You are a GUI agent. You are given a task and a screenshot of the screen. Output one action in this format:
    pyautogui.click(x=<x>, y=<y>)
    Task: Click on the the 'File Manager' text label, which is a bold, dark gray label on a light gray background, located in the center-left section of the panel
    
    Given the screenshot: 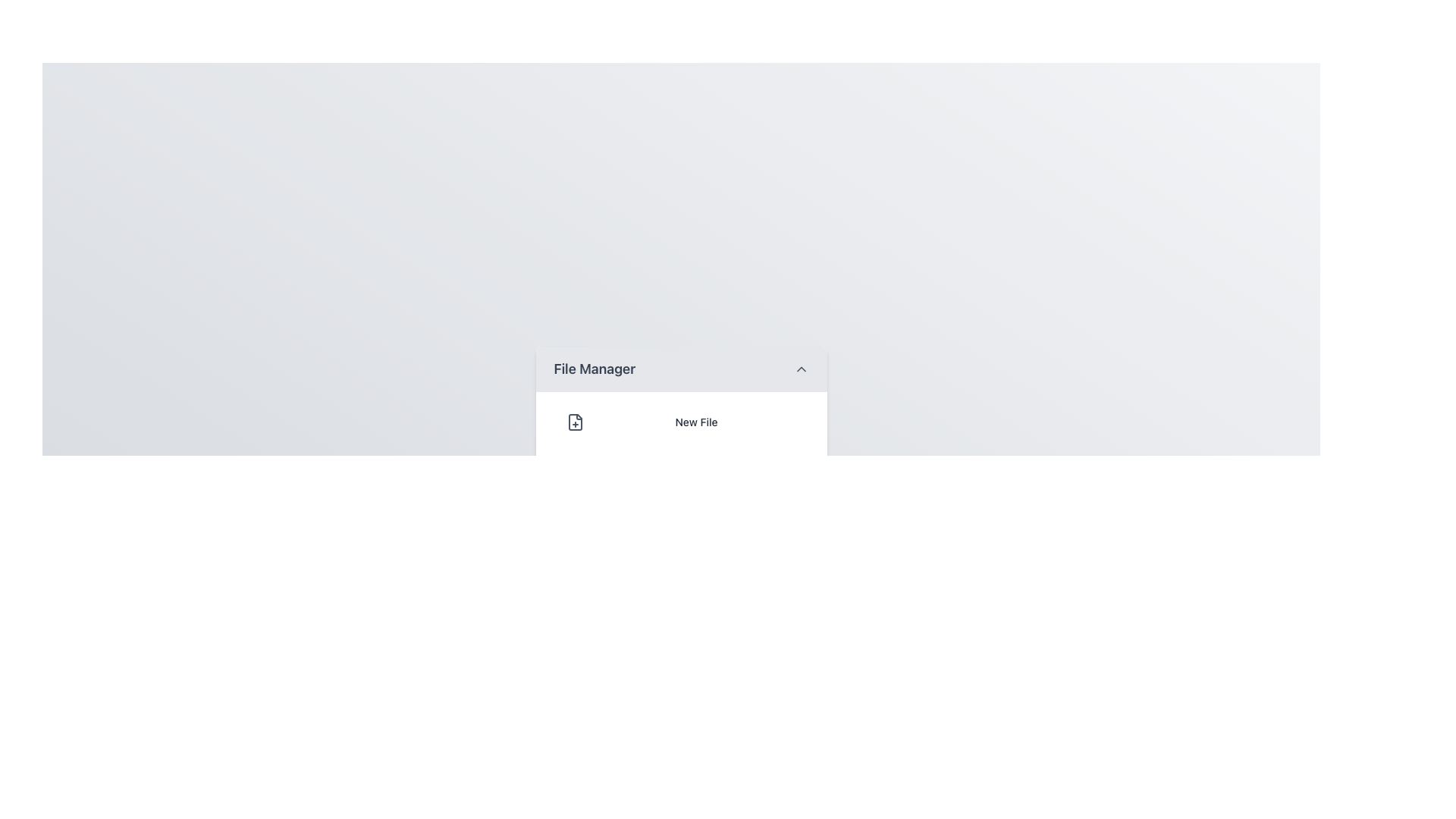 What is the action you would take?
    pyautogui.click(x=594, y=369)
    